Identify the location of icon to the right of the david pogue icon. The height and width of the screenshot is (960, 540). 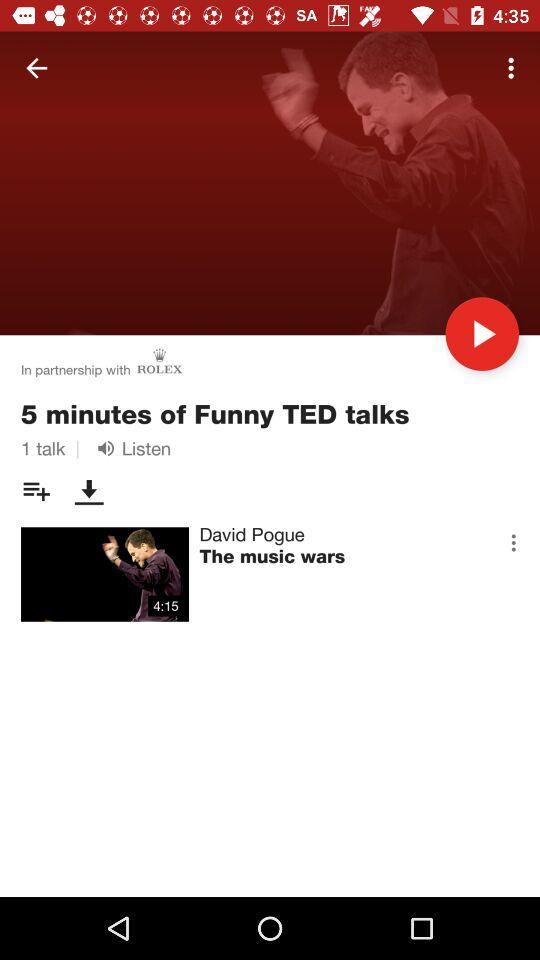
(513, 542).